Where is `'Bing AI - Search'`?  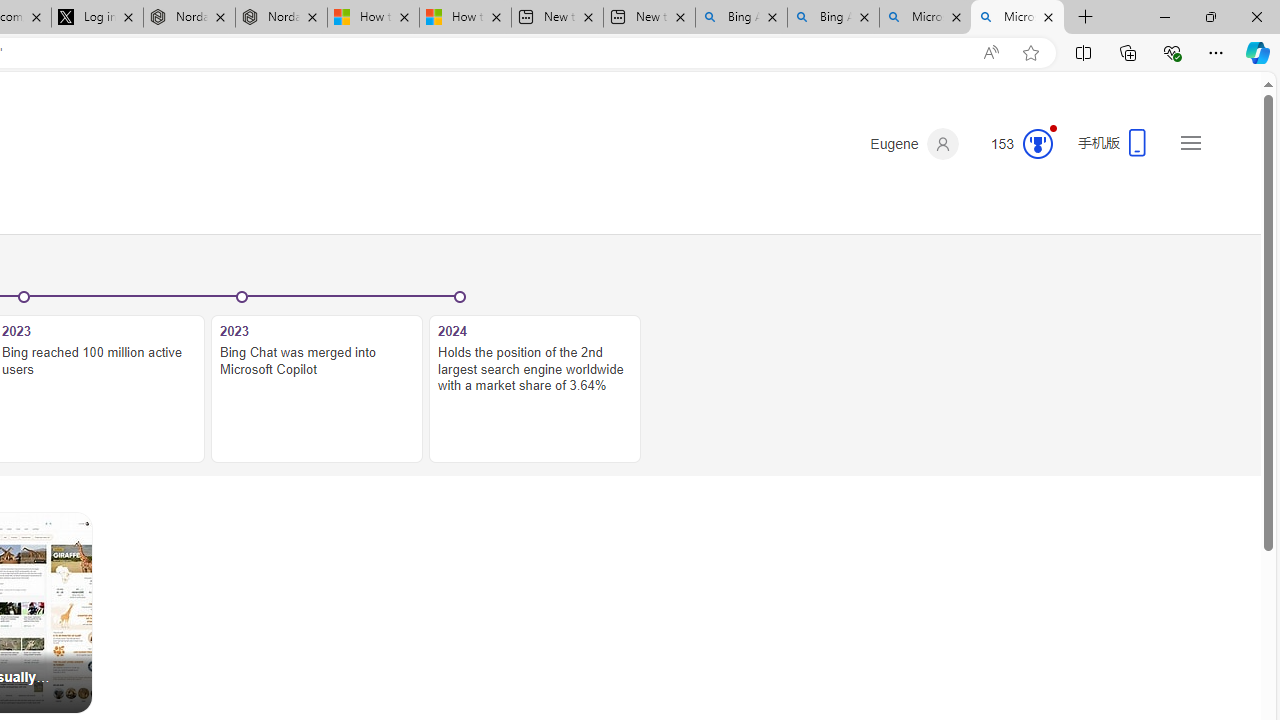 'Bing AI - Search' is located at coordinates (833, 17).